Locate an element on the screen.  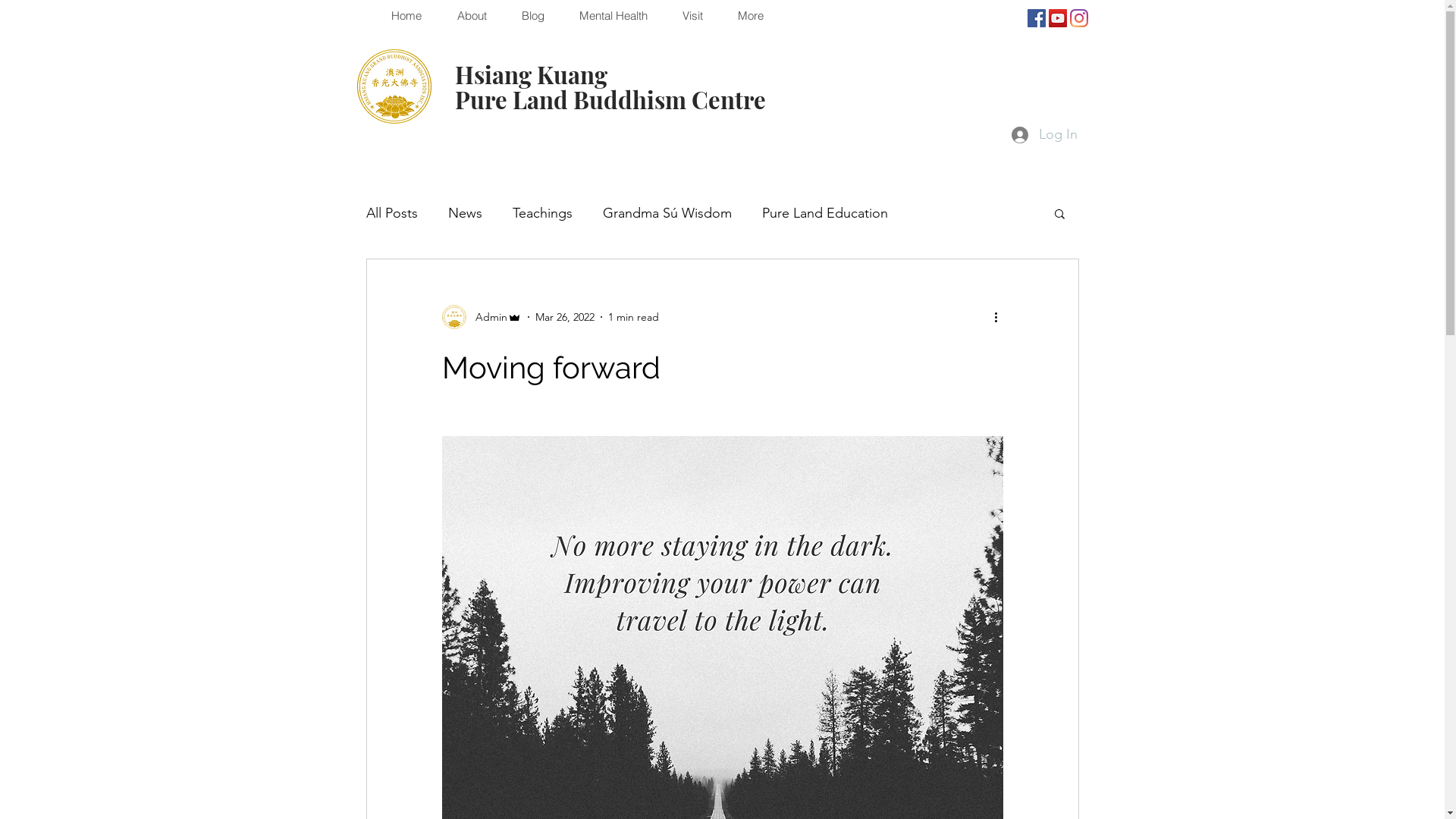
'Blog' is located at coordinates (532, 15).